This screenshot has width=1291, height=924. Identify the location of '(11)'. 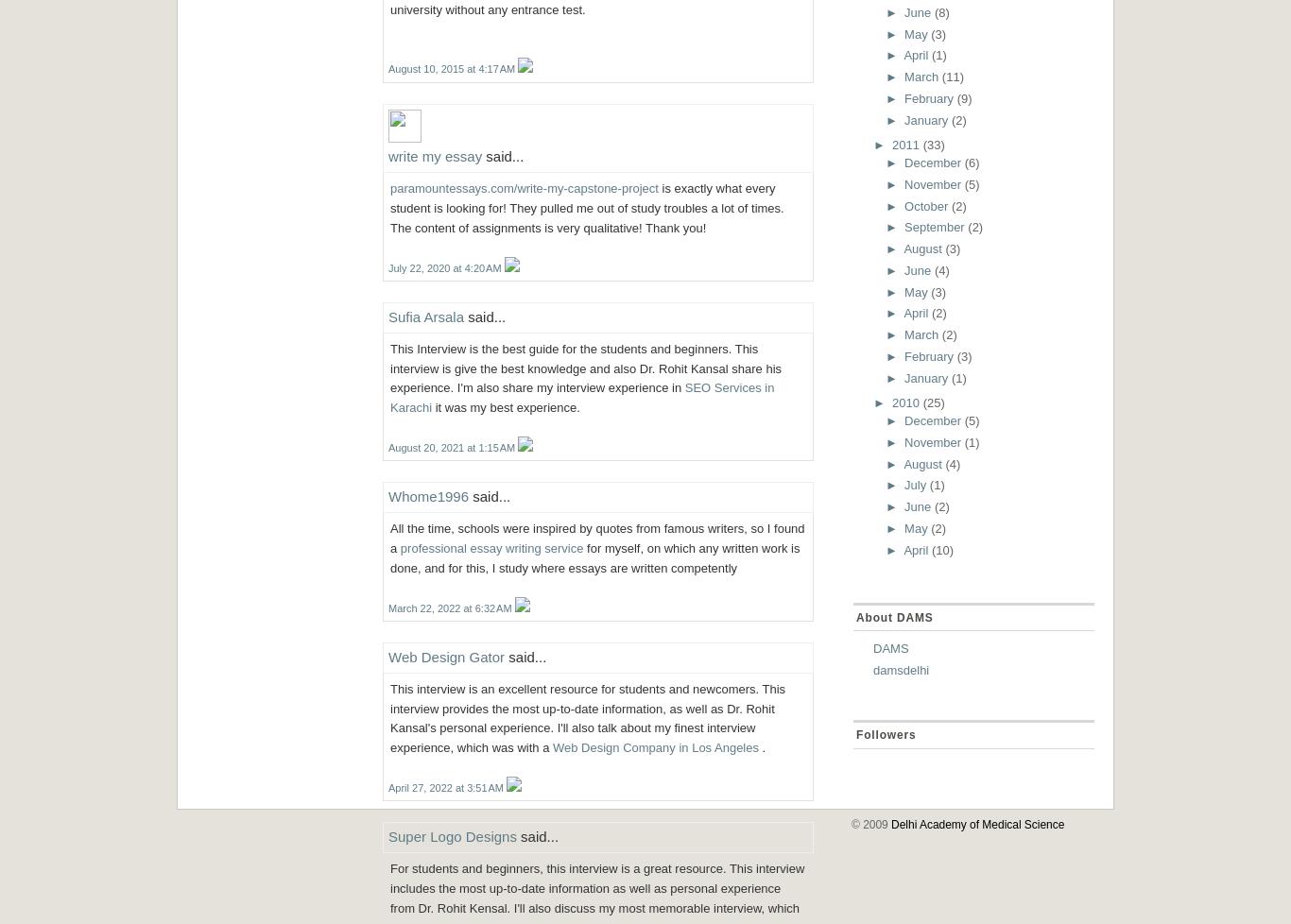
(940, 77).